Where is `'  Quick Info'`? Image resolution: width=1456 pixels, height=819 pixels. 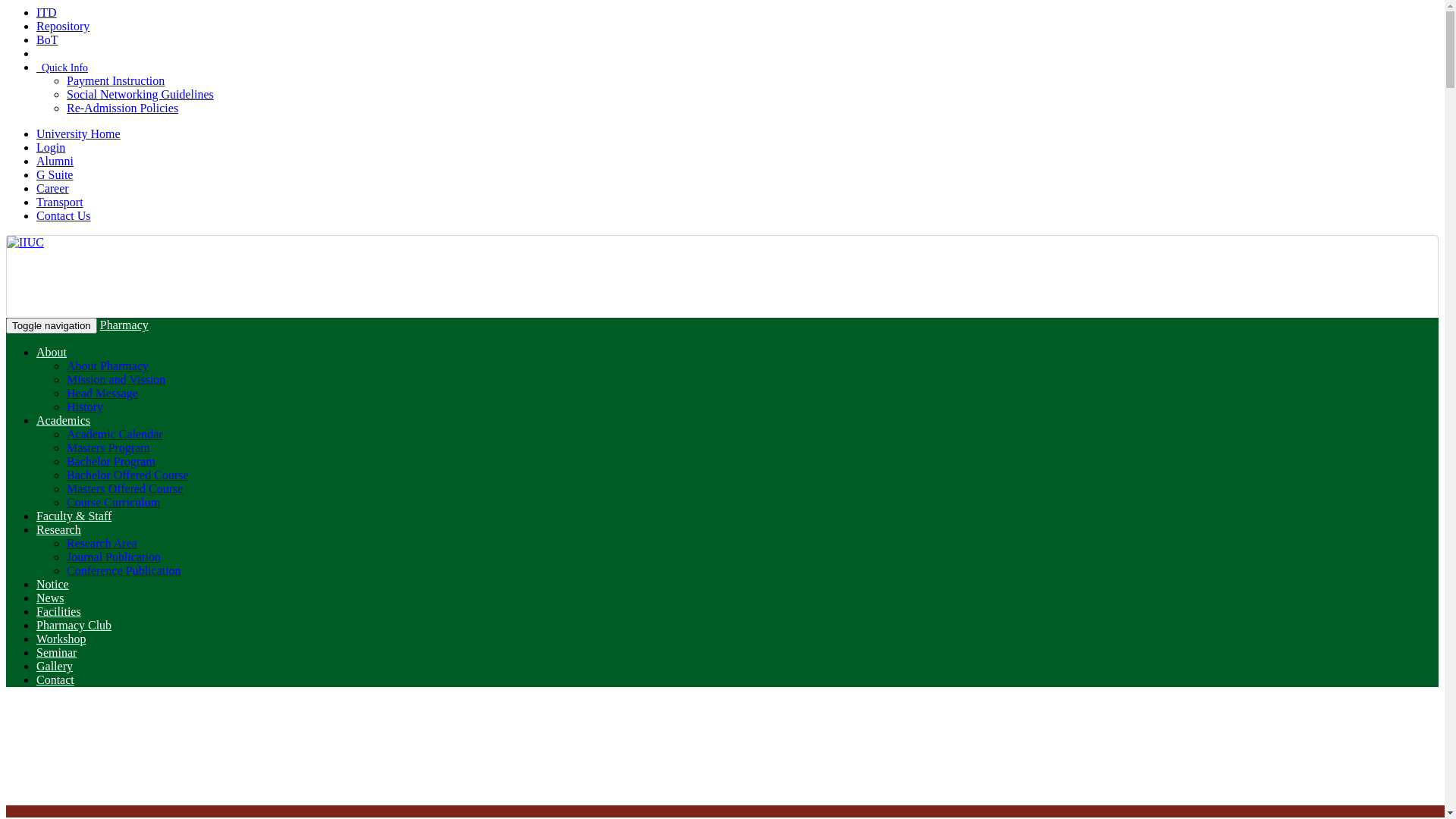
'  Quick Info' is located at coordinates (36, 67).